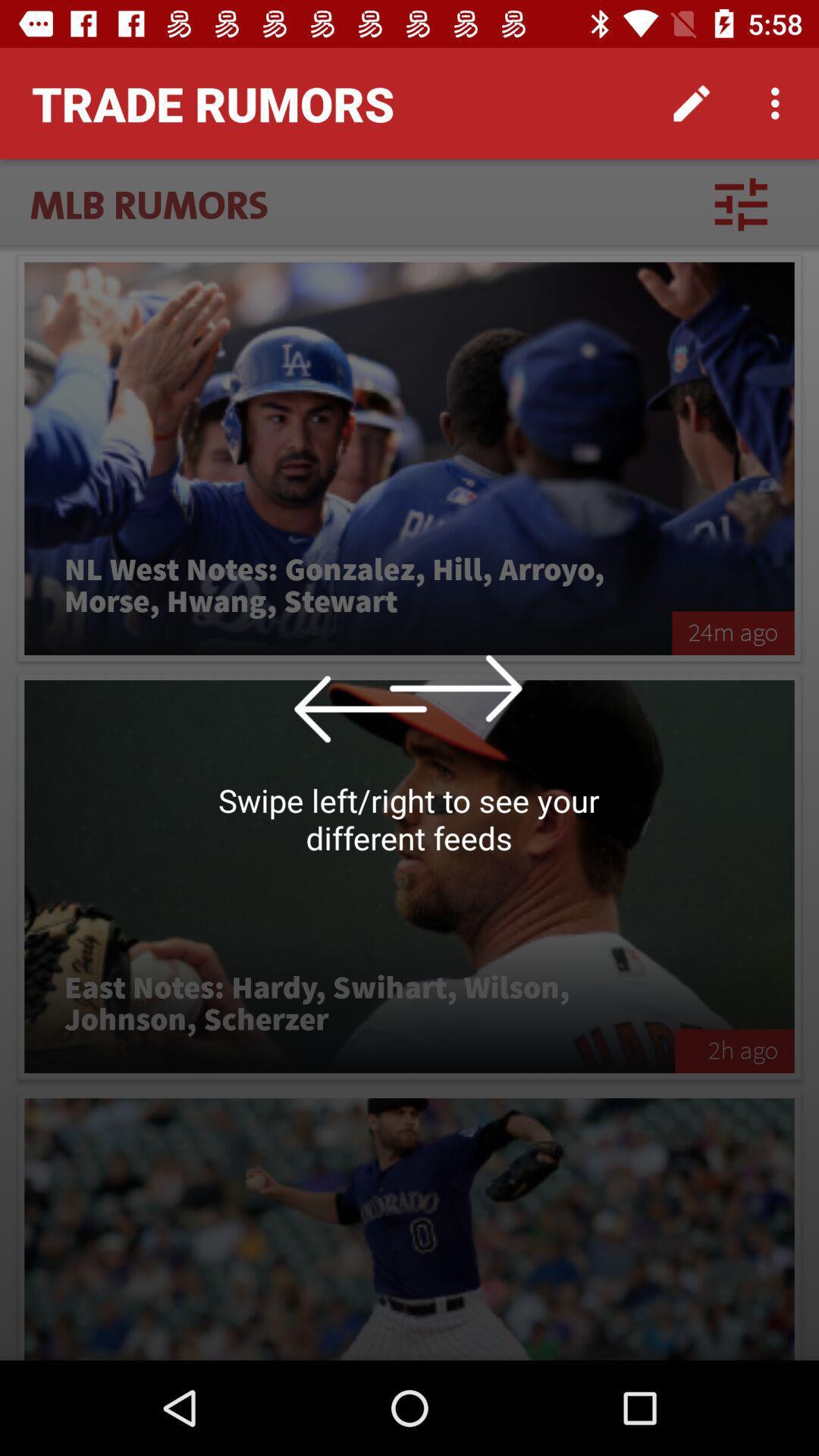  I want to click on nl west notes item, so click(348, 585).